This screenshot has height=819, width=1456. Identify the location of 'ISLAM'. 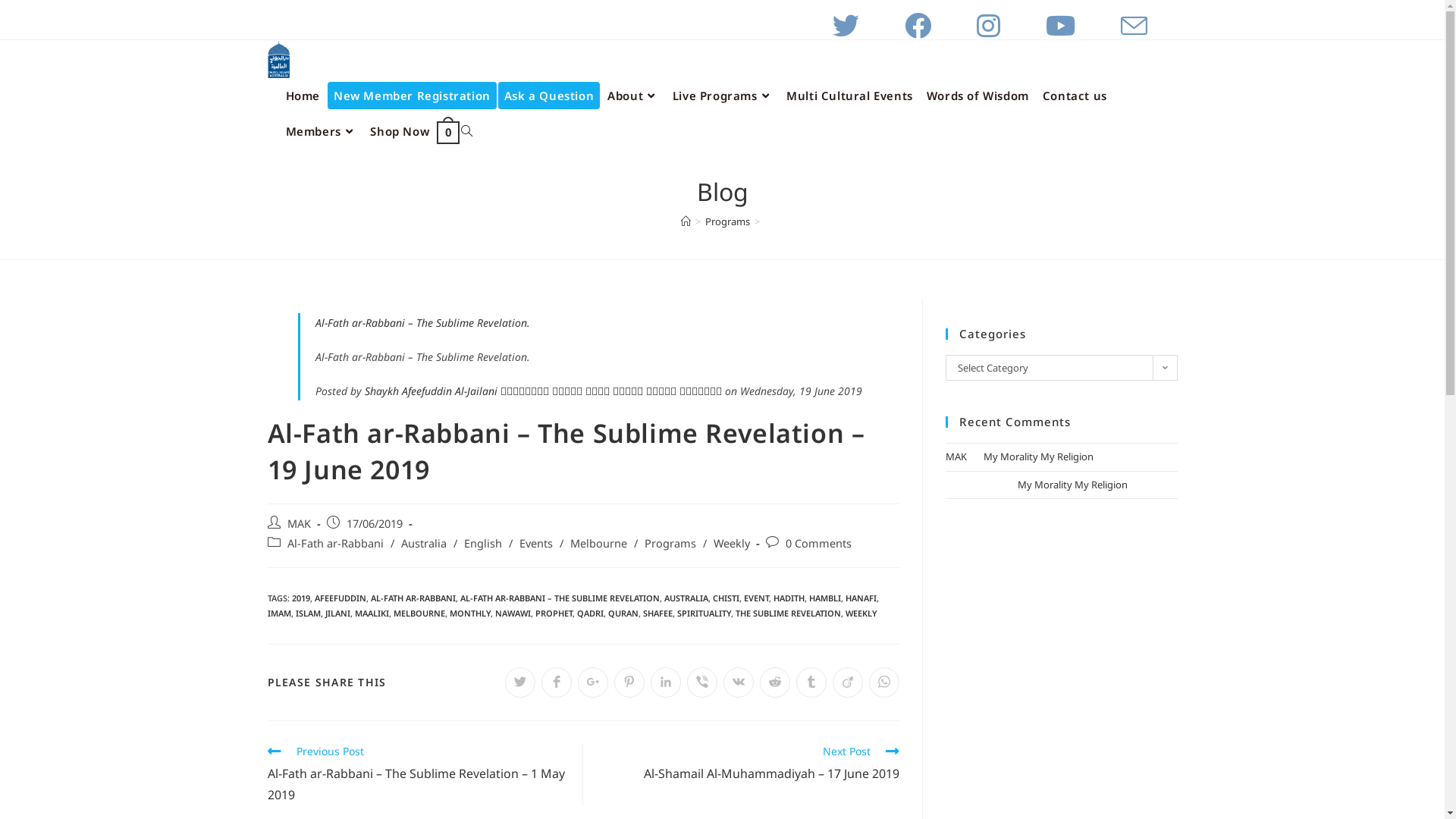
(307, 612).